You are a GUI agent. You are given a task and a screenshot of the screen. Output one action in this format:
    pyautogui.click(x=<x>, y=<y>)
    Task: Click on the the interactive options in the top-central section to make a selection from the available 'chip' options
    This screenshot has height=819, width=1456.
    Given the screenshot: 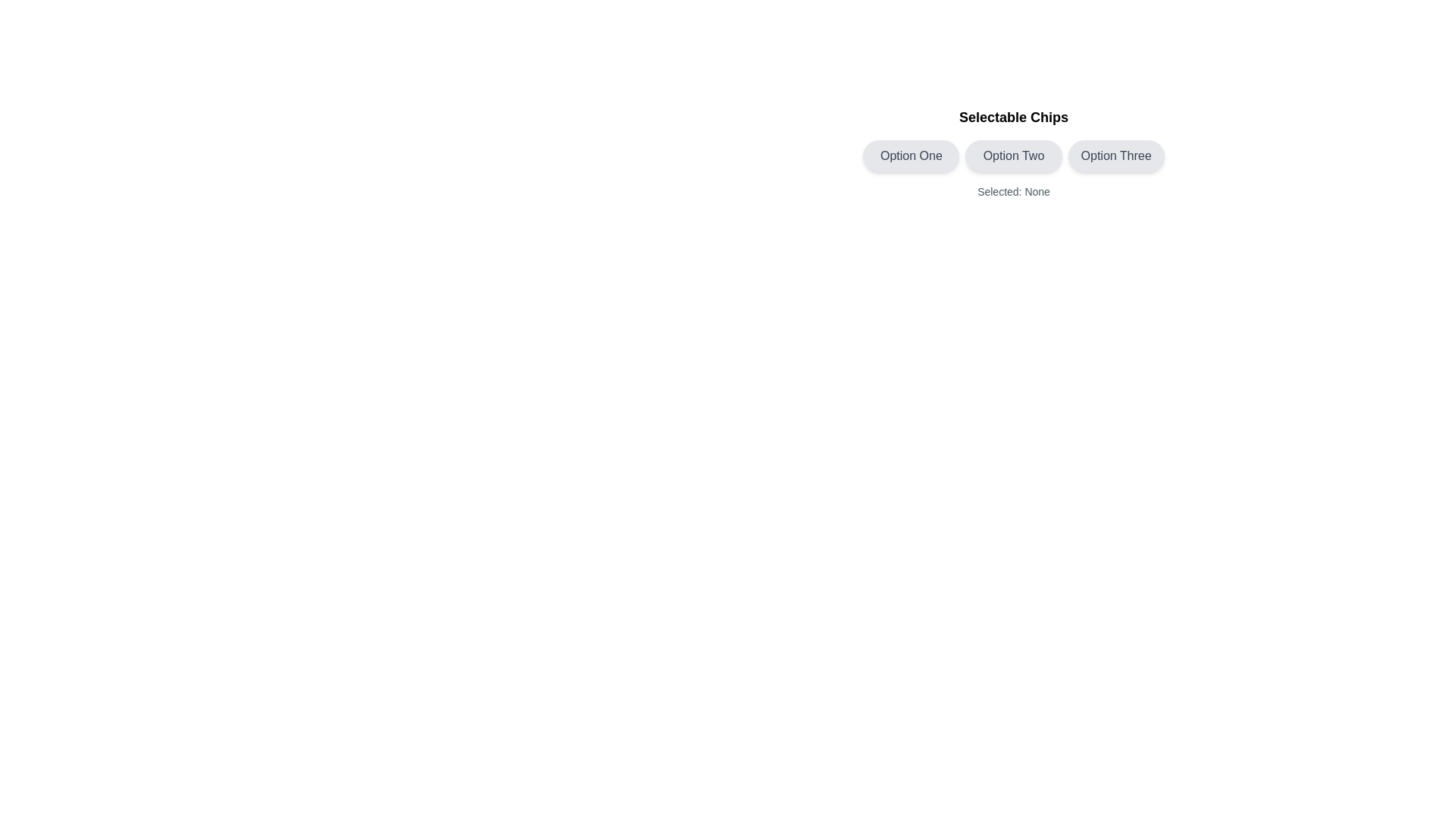 What is the action you would take?
    pyautogui.click(x=1014, y=152)
    